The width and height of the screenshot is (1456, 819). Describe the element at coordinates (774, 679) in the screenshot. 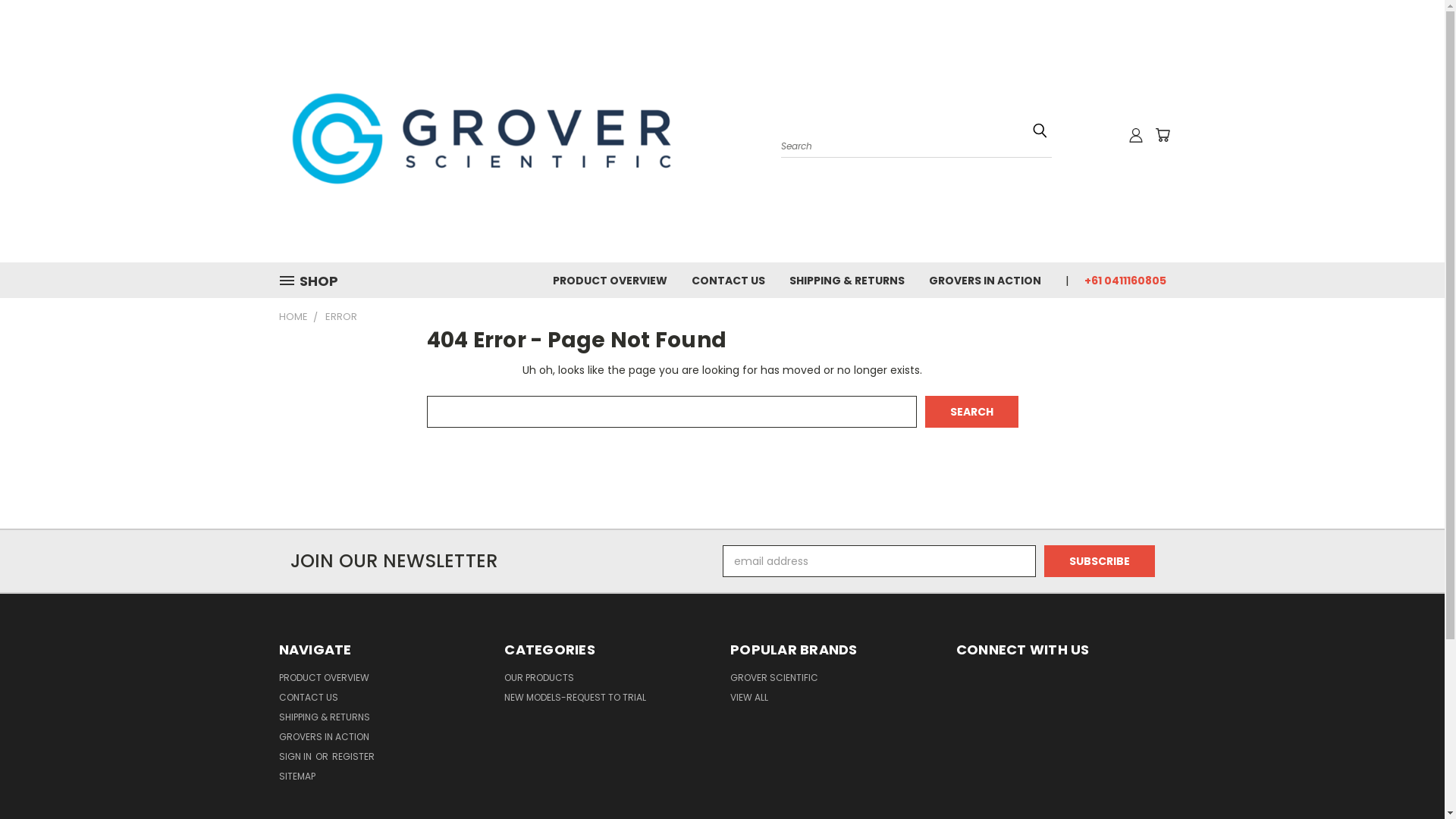

I see `'GROVER SCIENTIFIC'` at that location.